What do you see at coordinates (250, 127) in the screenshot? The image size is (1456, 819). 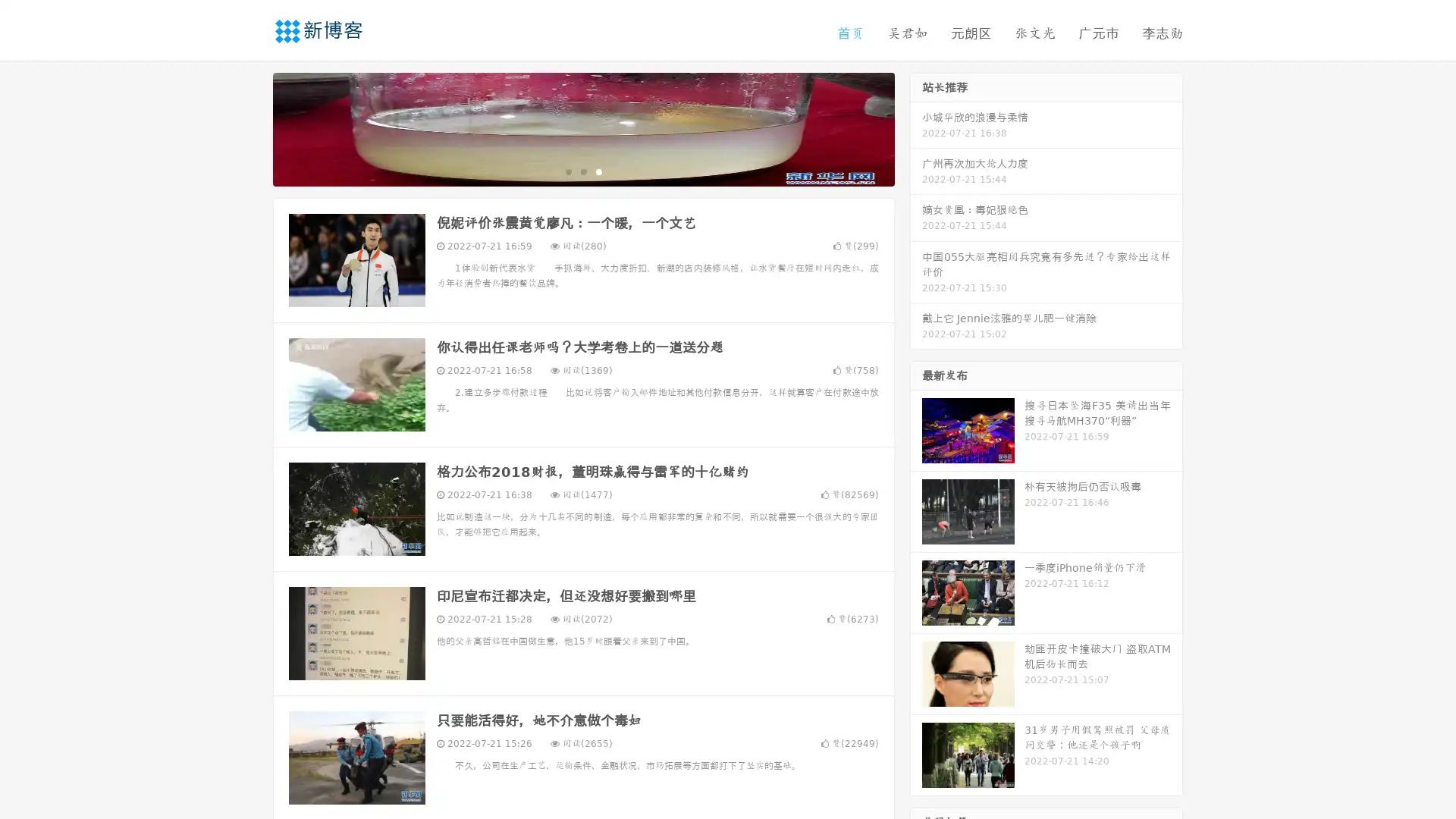 I see `Previous slide` at bounding box center [250, 127].